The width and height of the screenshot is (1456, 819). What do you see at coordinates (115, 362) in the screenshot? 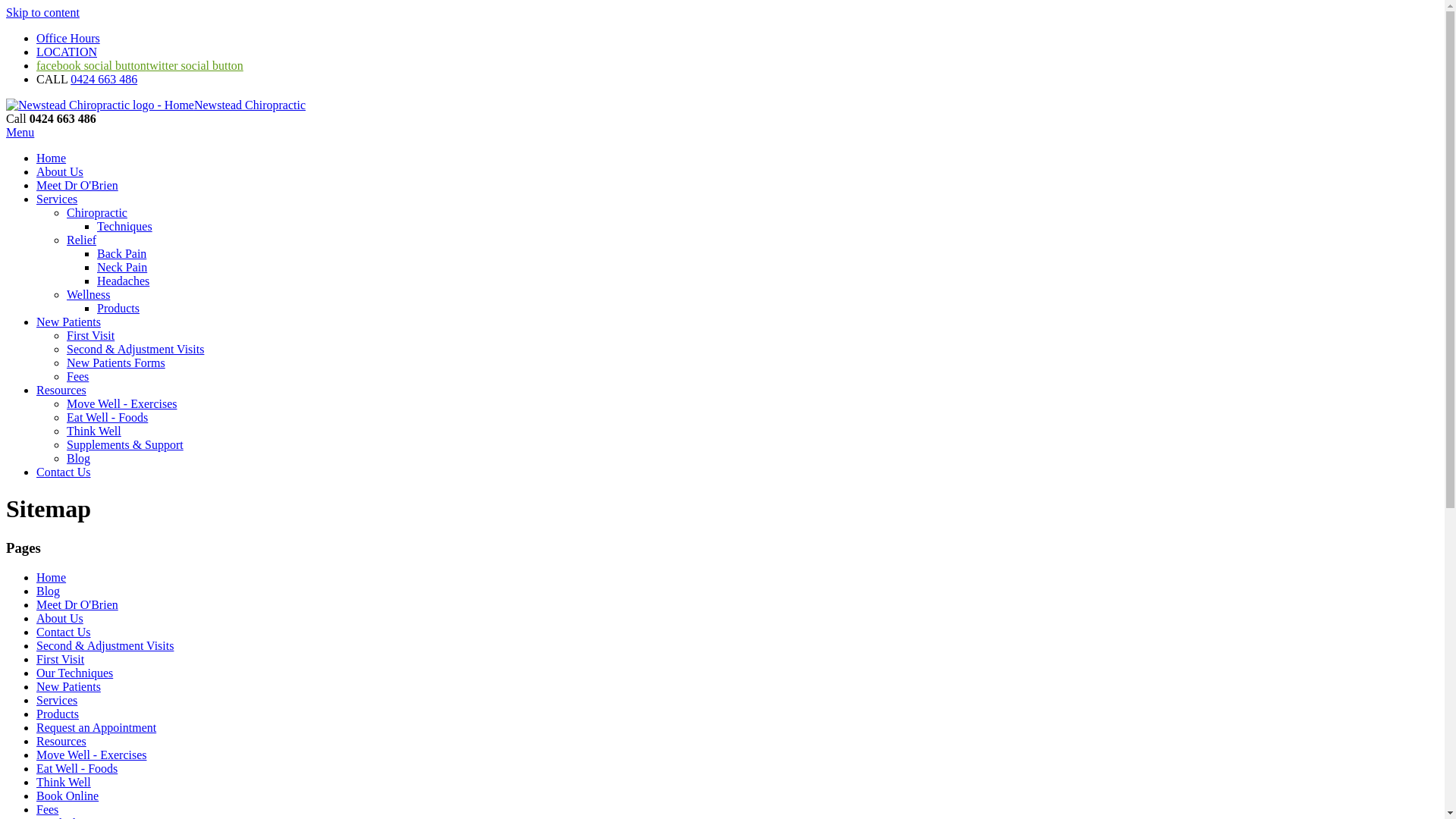
I see `'New Patients Forms'` at bounding box center [115, 362].